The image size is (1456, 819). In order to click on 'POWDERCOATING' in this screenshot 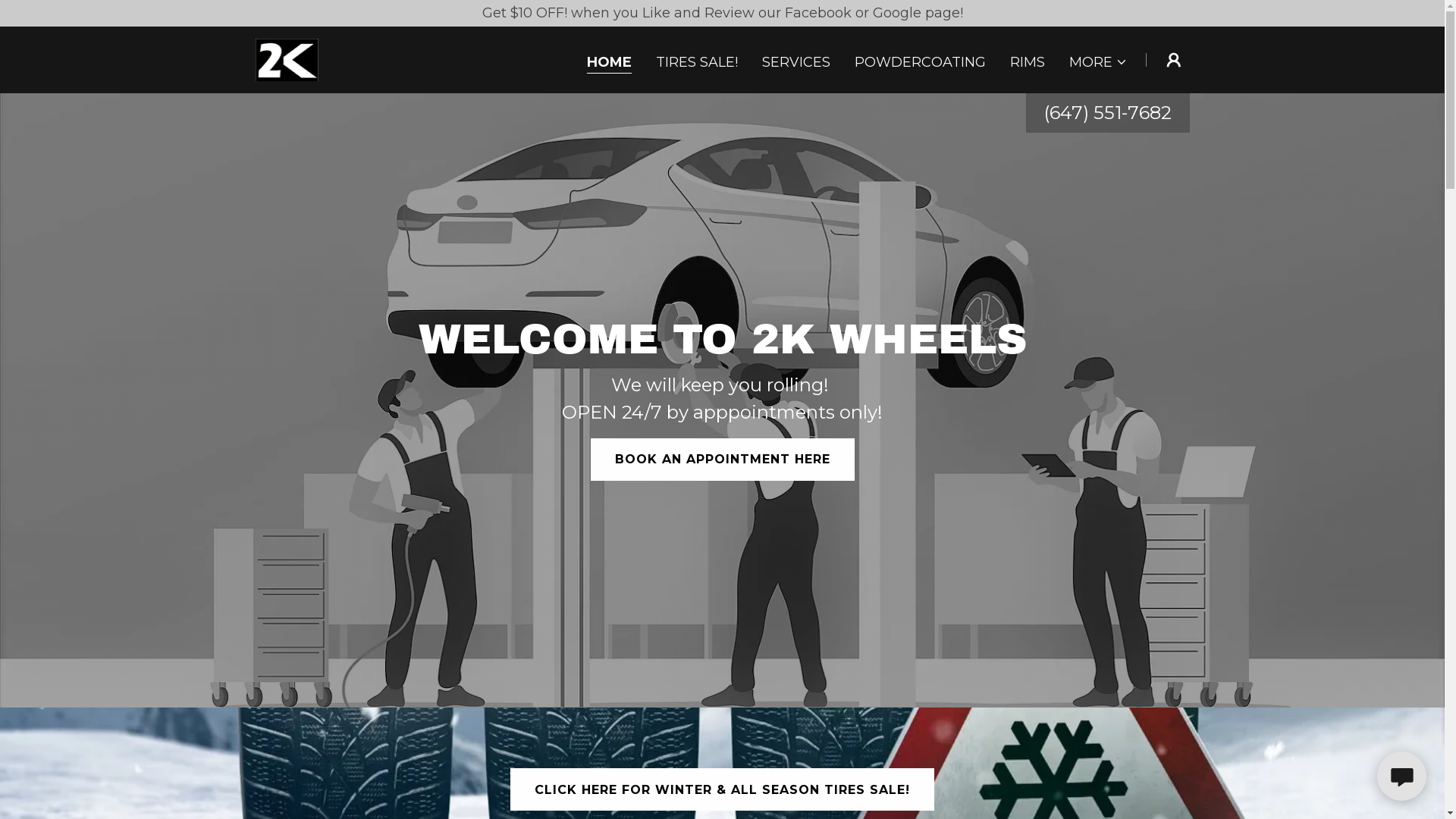, I will do `click(919, 61)`.